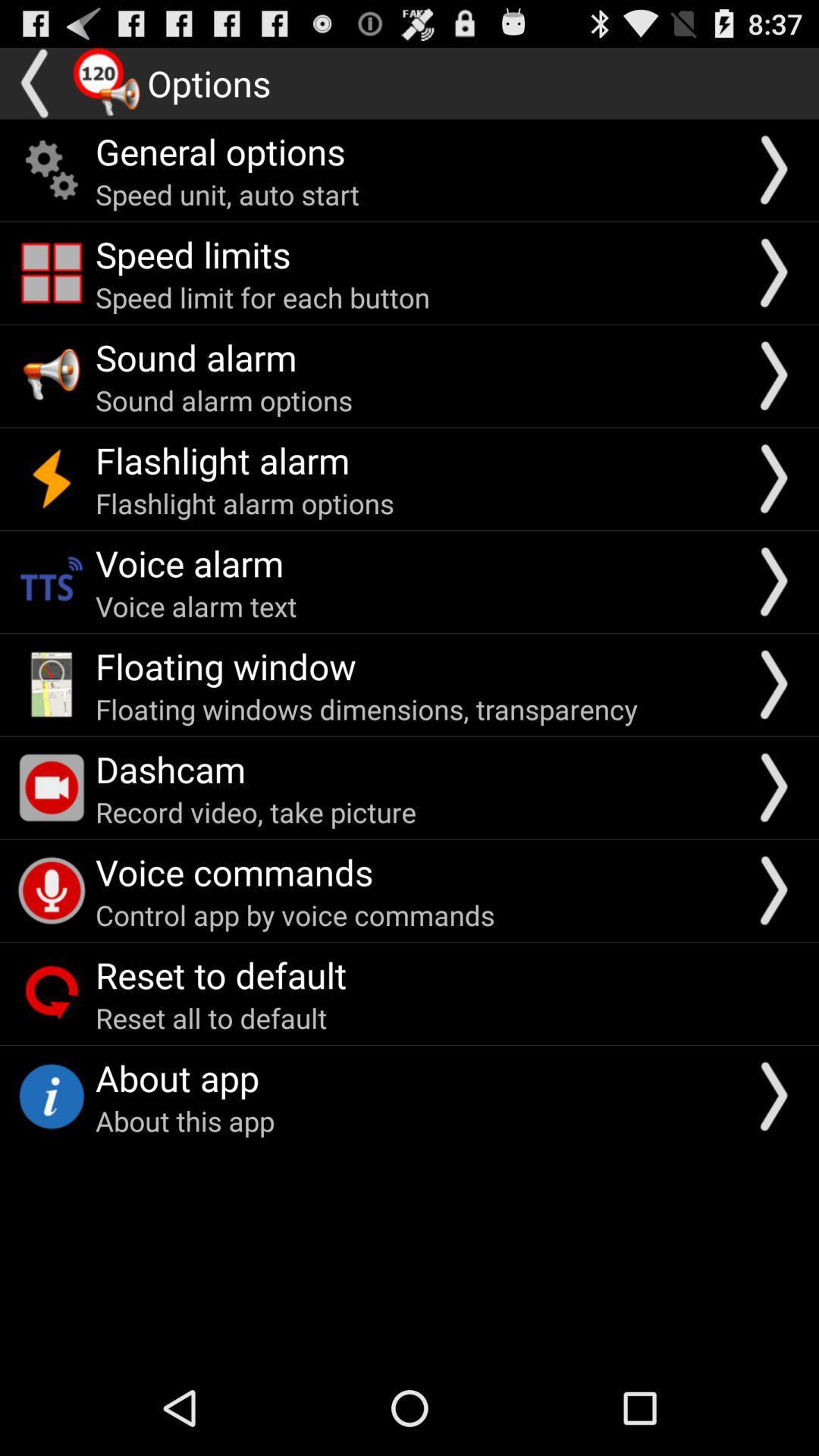 This screenshot has width=819, height=1456. What do you see at coordinates (35, 83) in the screenshot?
I see `this button is to return to the previous page` at bounding box center [35, 83].